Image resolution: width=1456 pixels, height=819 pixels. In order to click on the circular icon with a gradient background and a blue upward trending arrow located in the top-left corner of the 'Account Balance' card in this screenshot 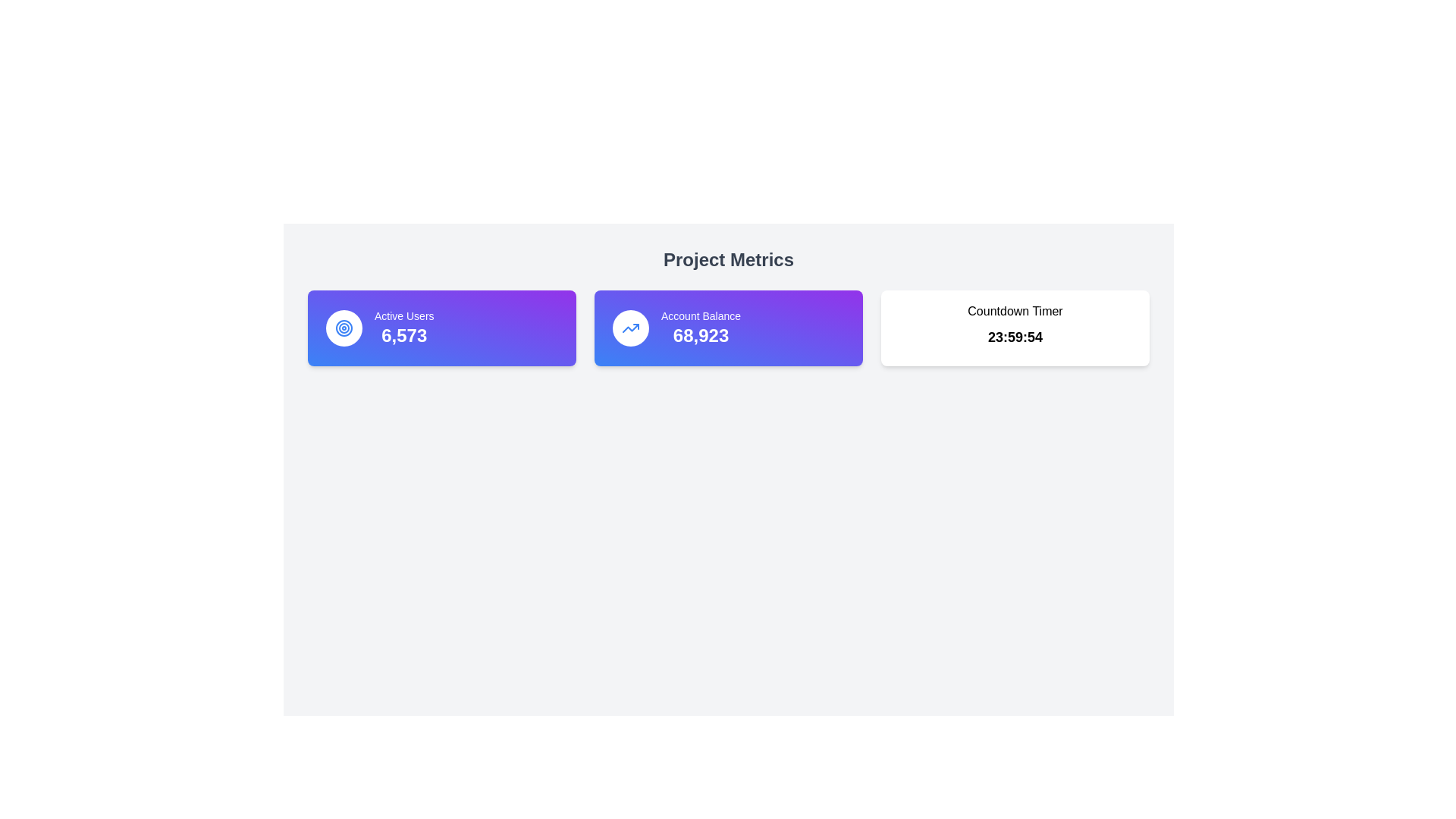, I will do `click(630, 327)`.